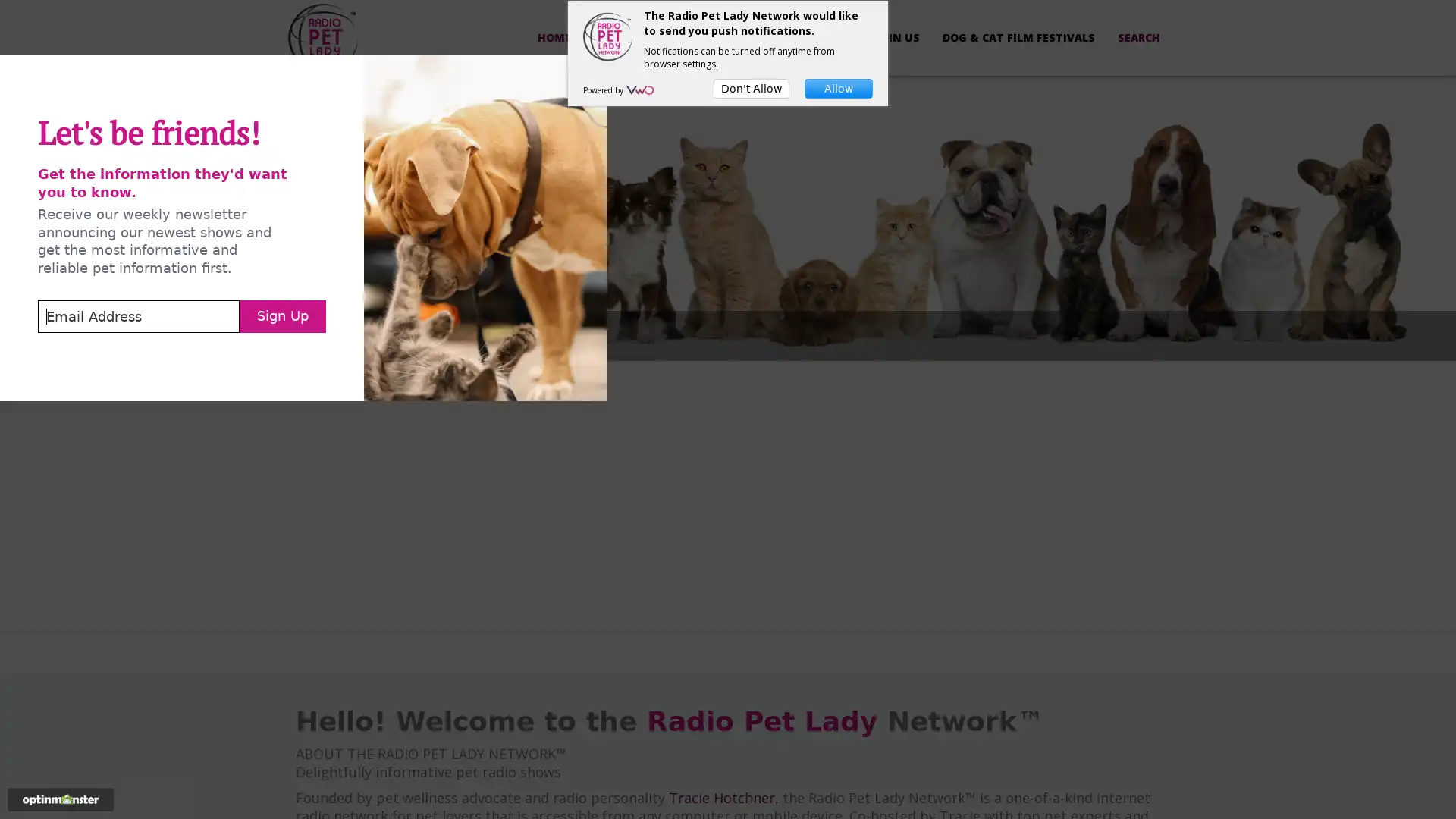 The height and width of the screenshot is (819, 1456). I want to click on Close, so click(1012, 253).